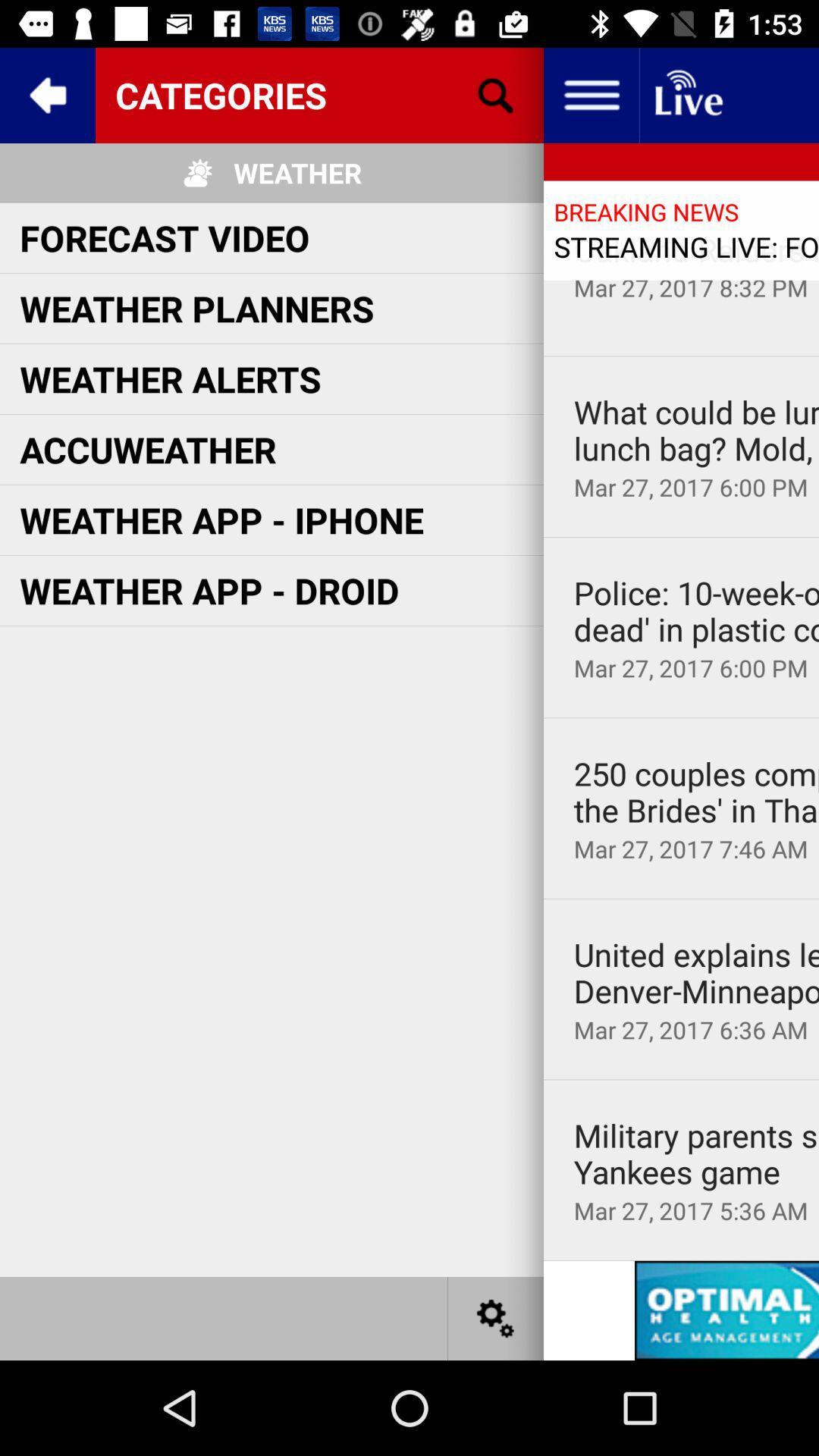 This screenshot has height=1456, width=819. What do you see at coordinates (496, 1317) in the screenshot?
I see `settings` at bounding box center [496, 1317].